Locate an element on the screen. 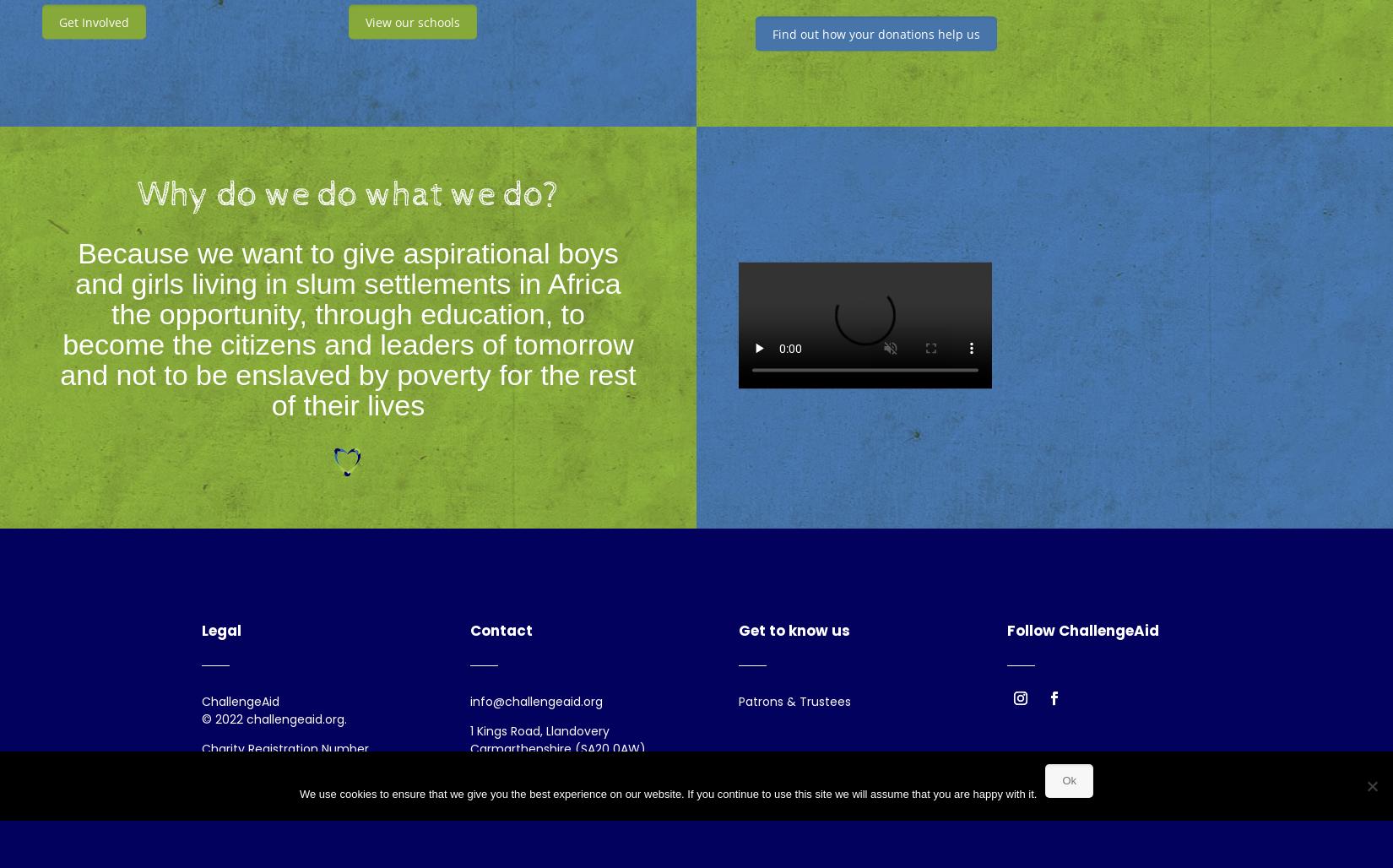 Image resolution: width=1393 pixels, height=868 pixels. 'Charity Registration Number 1109055' is located at coordinates (285, 757).